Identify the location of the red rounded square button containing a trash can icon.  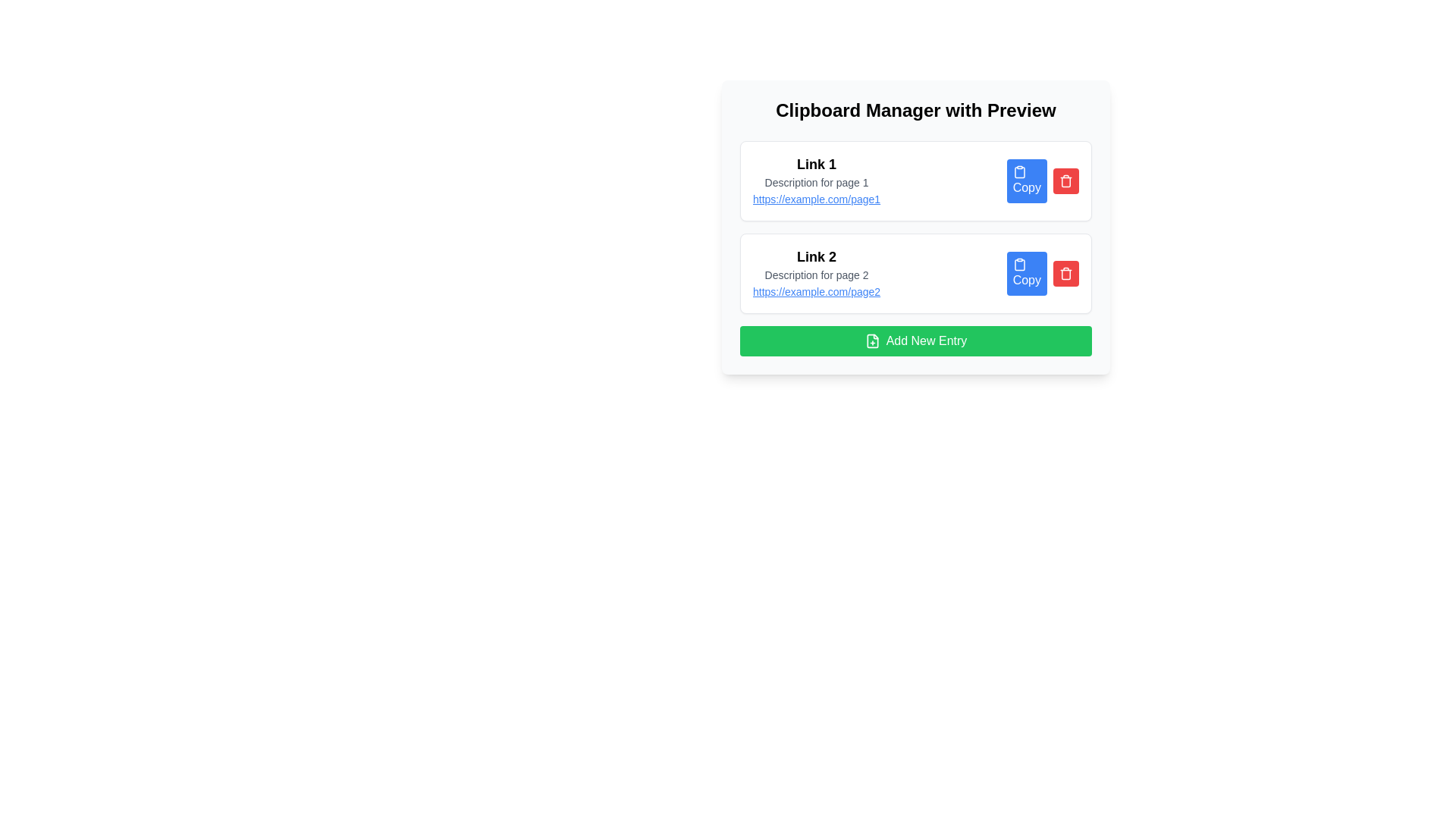
(1065, 180).